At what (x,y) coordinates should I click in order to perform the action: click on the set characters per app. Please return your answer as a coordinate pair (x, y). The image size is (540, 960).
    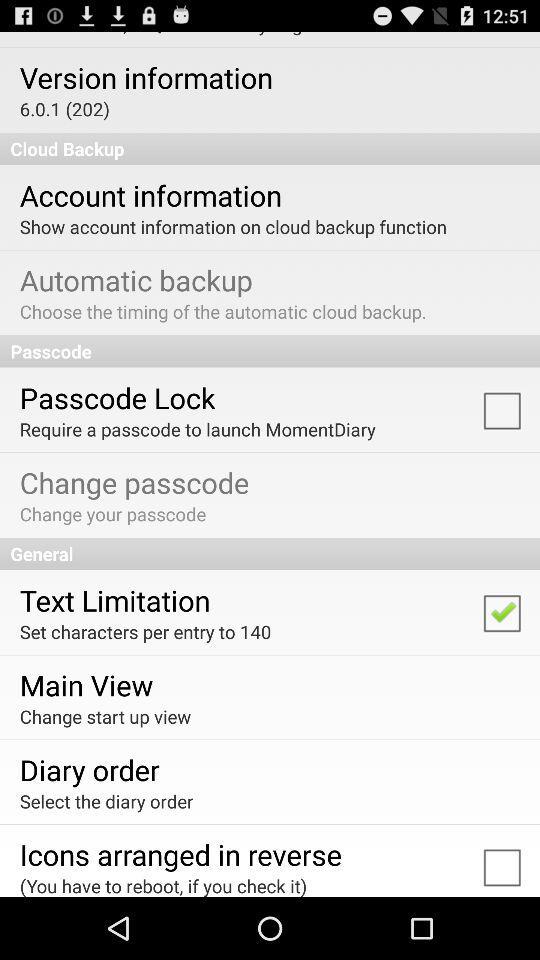
    Looking at the image, I should click on (144, 630).